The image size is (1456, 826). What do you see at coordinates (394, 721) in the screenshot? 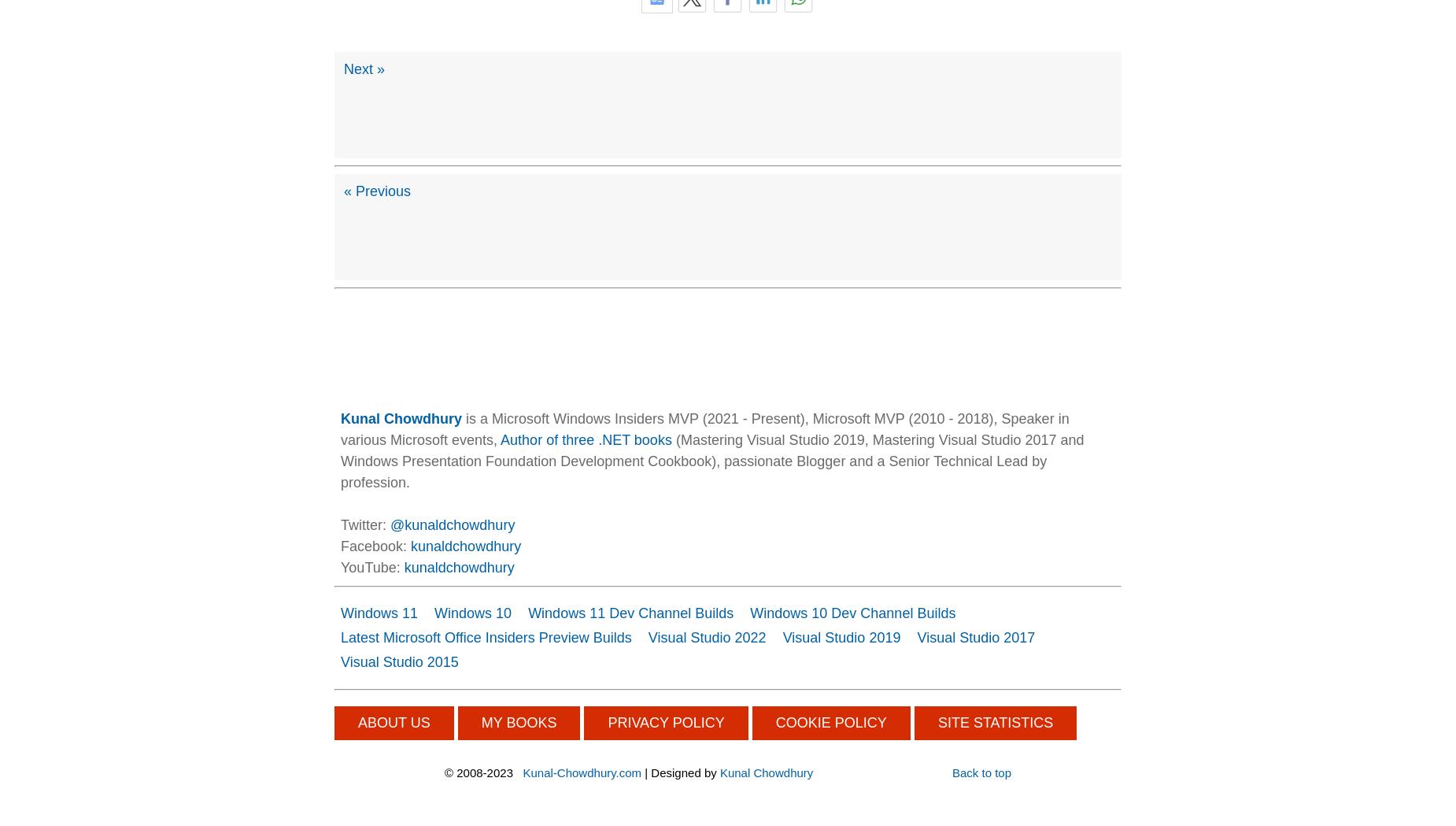
I see `'ABOUT US'` at bounding box center [394, 721].